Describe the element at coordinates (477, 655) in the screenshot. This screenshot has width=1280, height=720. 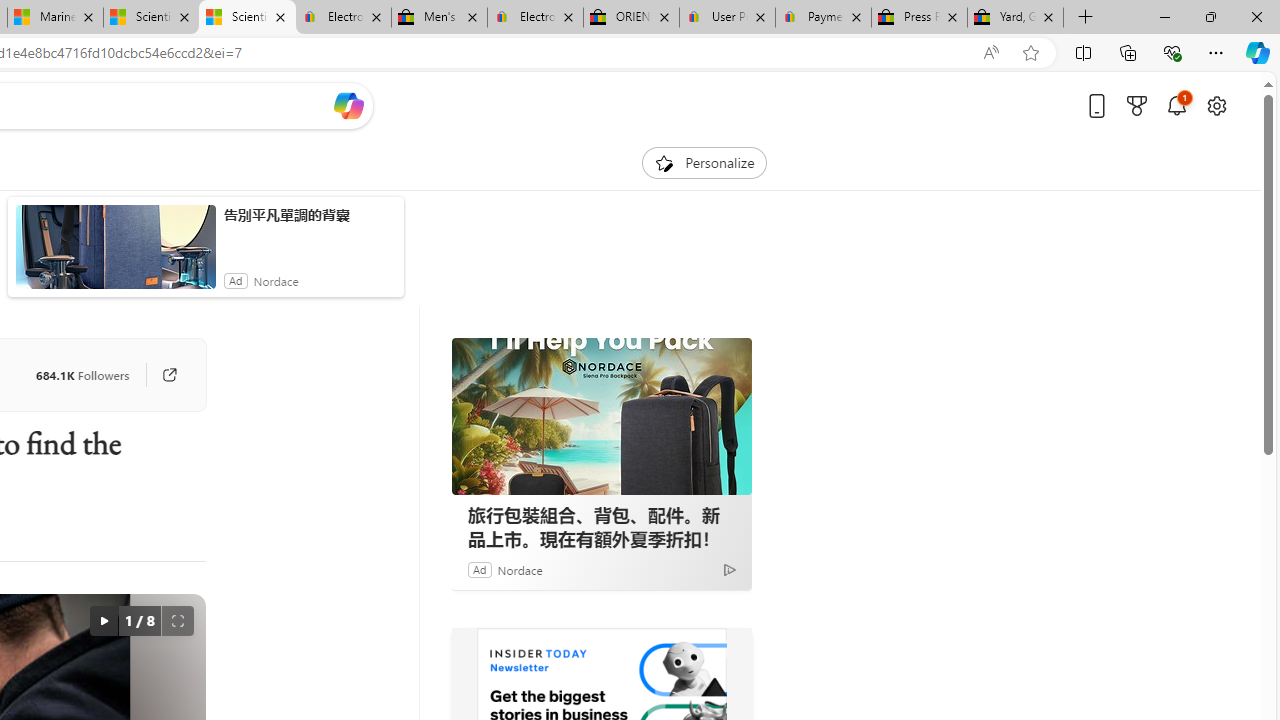
I see `'Business Insider'` at that location.